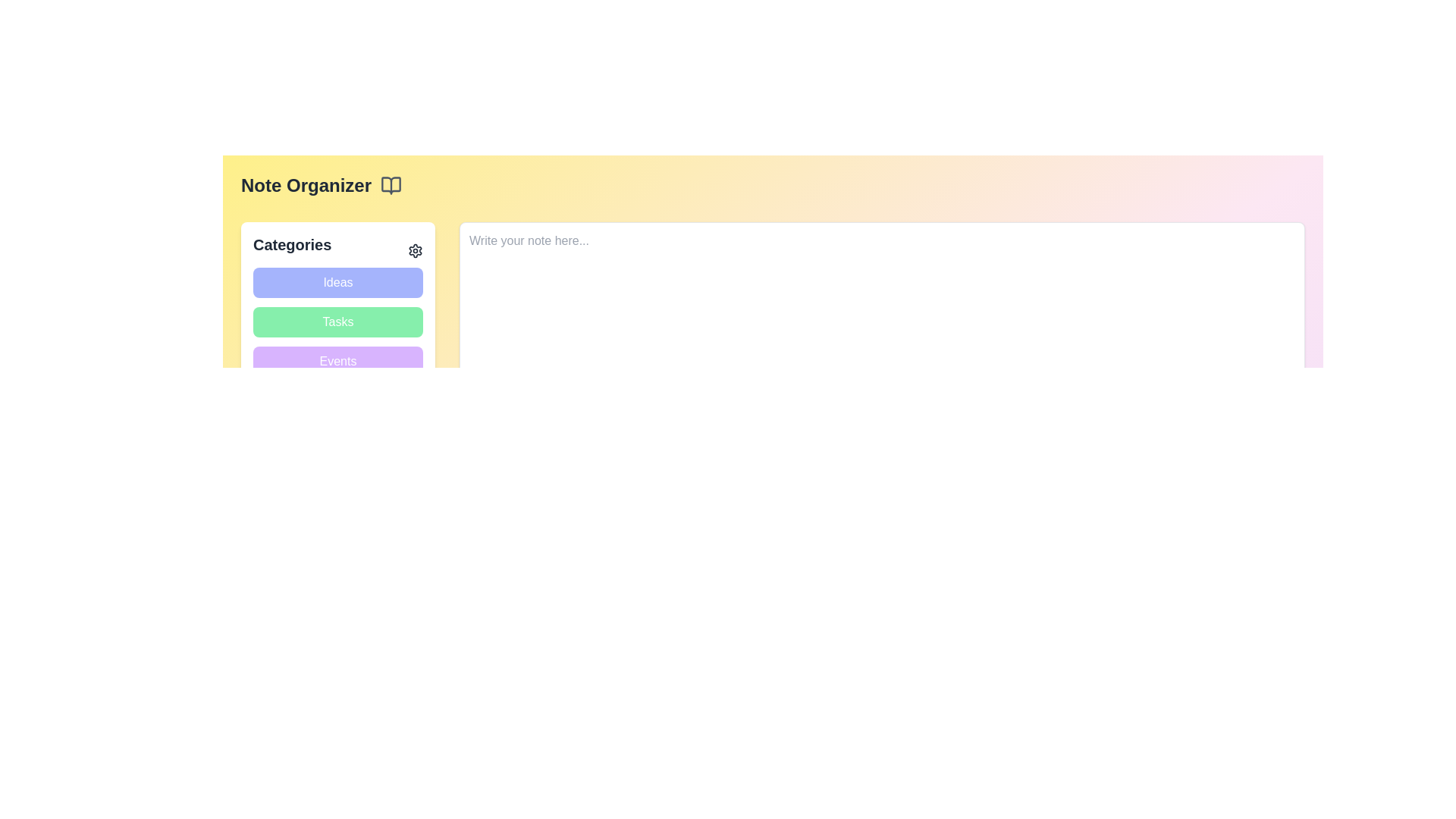 The image size is (1456, 819). I want to click on the 'Events' button, which is the third button in the vertically stacked group of category selectors labeled 'Ideas', 'Tasks', and 'Events', so click(337, 362).